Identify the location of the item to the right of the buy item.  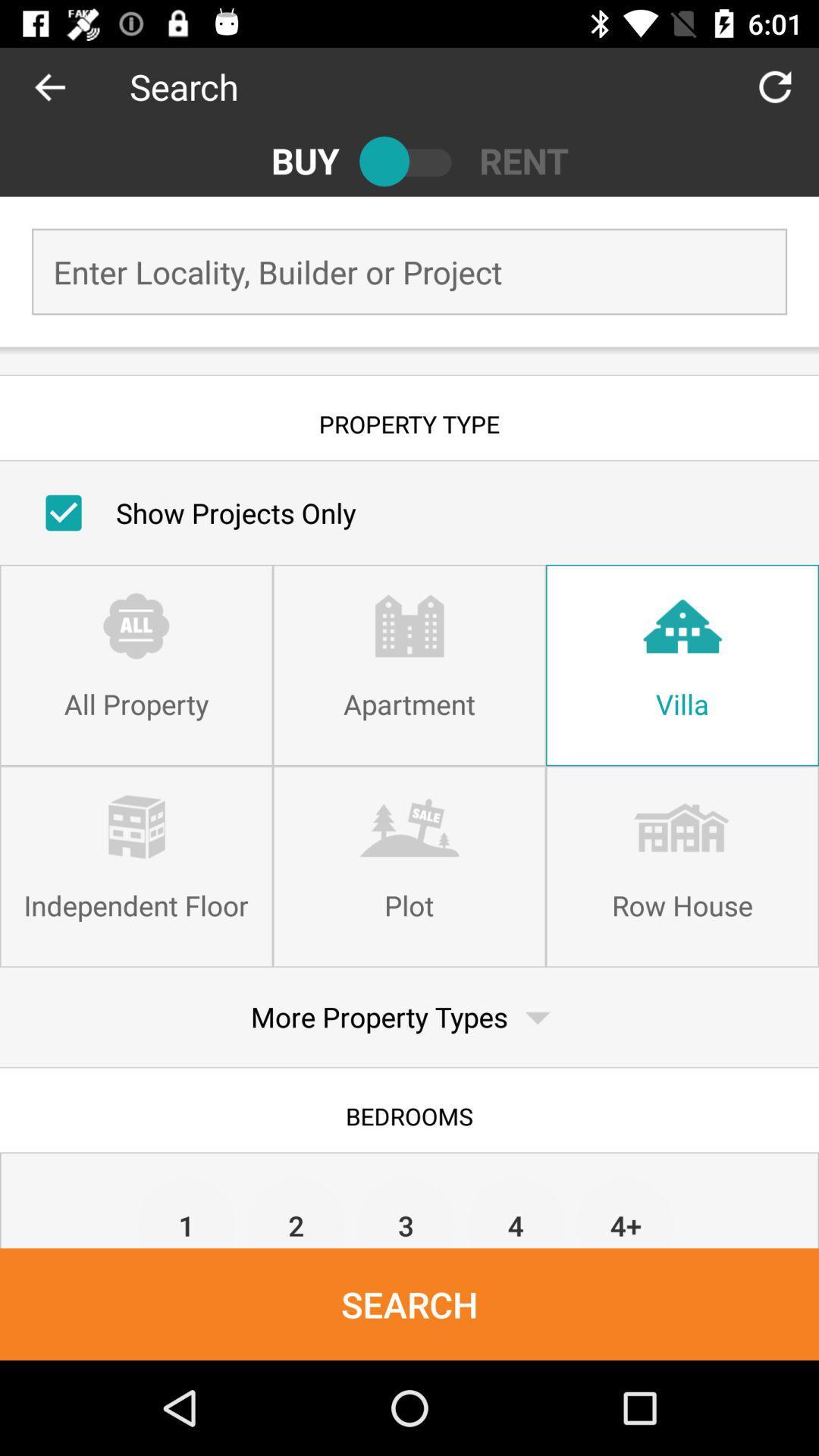
(409, 161).